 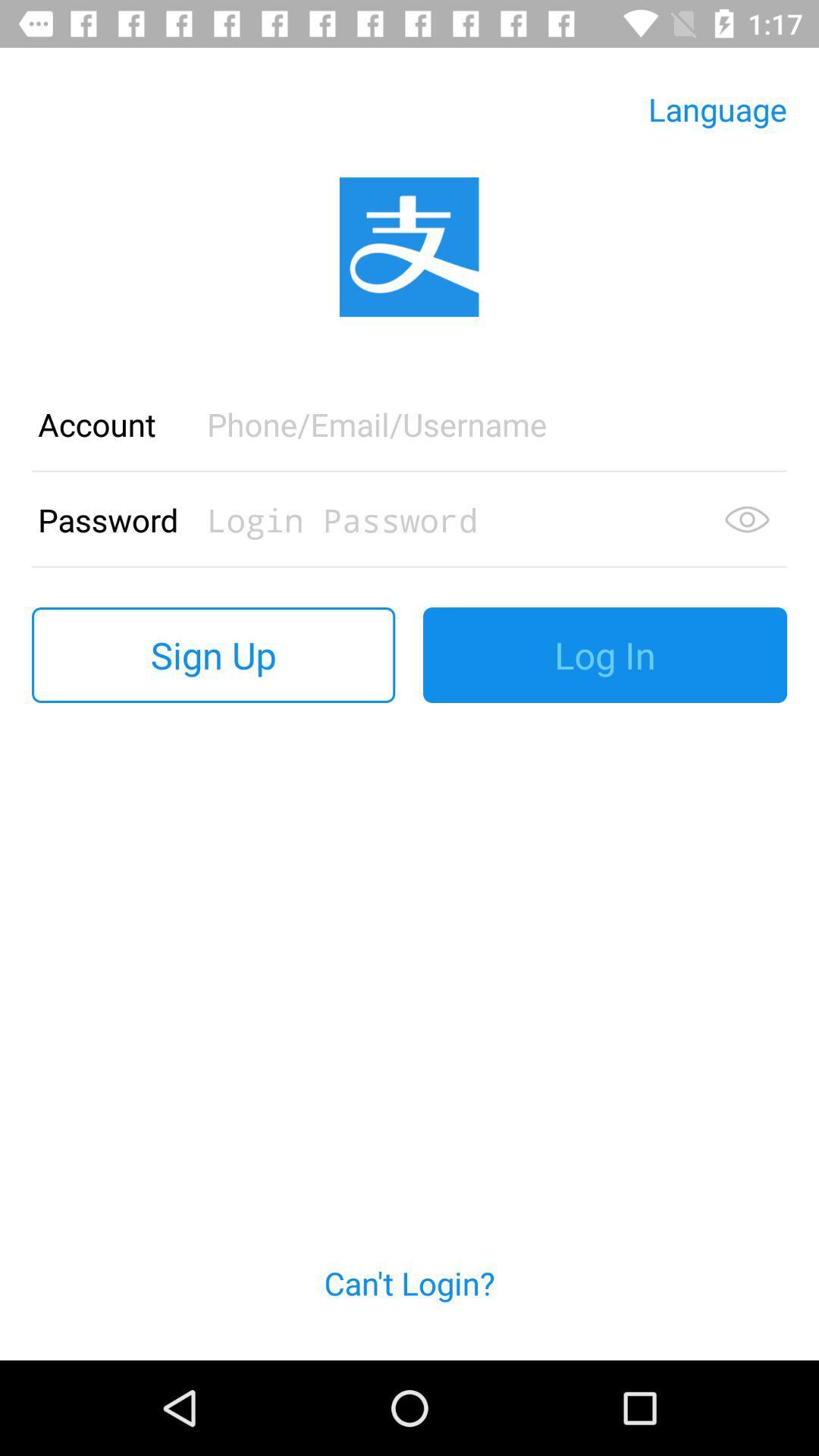 What do you see at coordinates (746, 519) in the screenshot?
I see `the visibility icon` at bounding box center [746, 519].